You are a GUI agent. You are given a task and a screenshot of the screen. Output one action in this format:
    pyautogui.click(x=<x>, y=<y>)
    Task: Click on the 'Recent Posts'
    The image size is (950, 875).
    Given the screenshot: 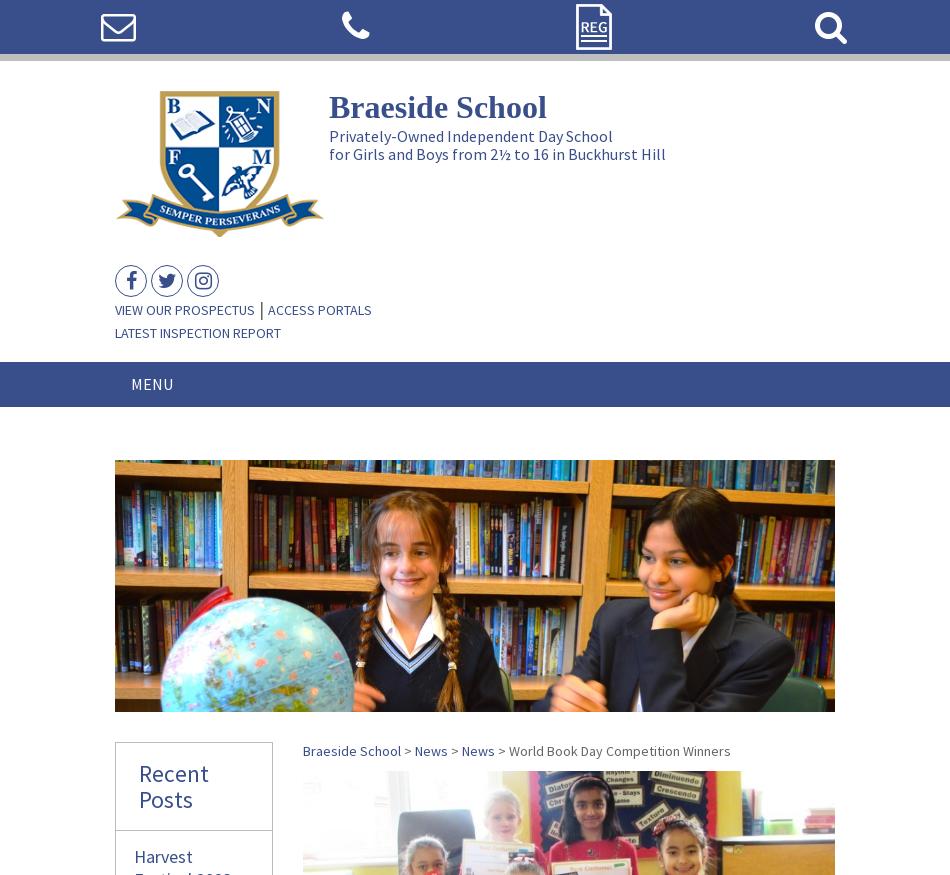 What is the action you would take?
    pyautogui.click(x=138, y=785)
    